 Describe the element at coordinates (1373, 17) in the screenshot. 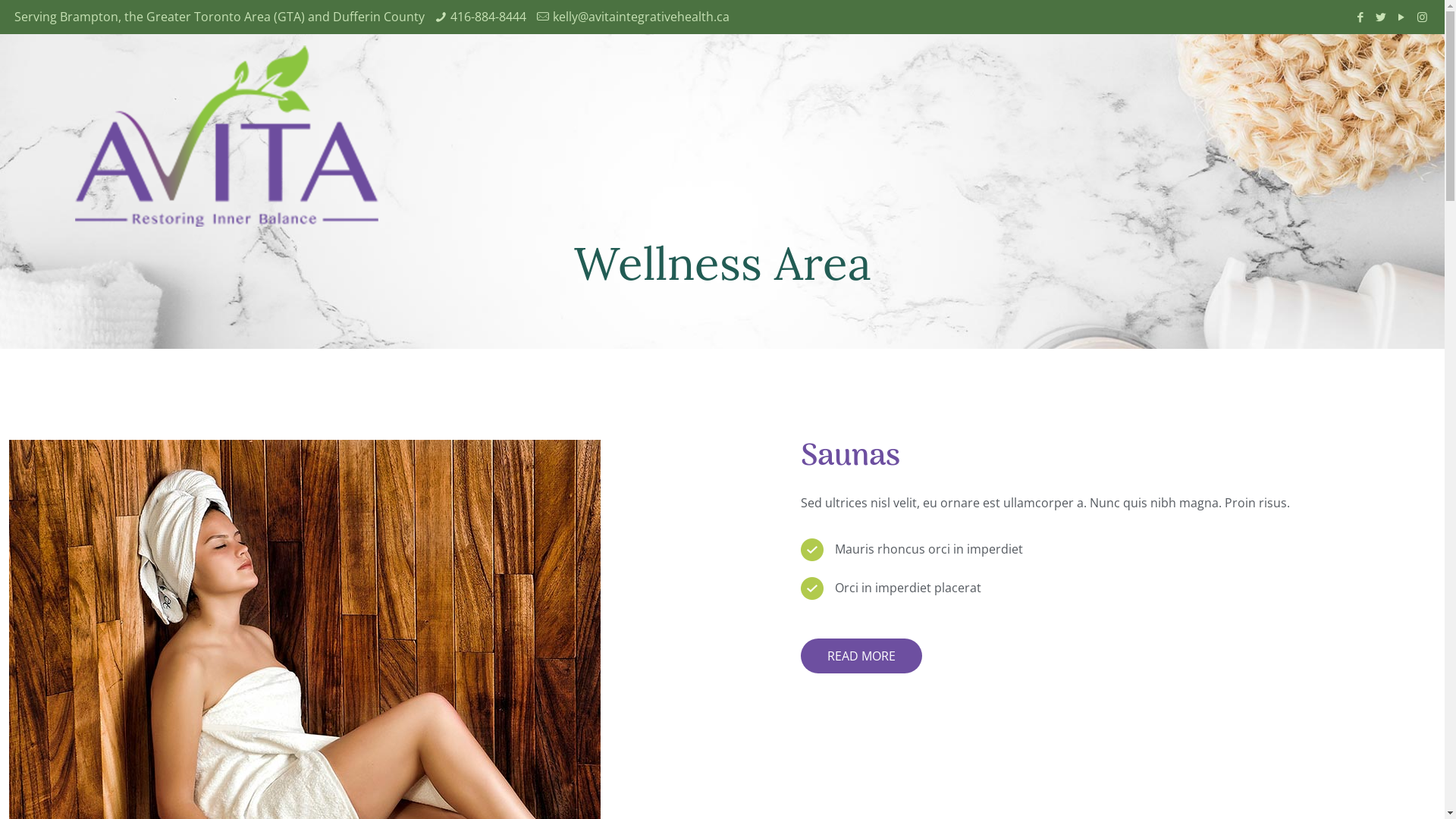

I see `'Twitter'` at that location.